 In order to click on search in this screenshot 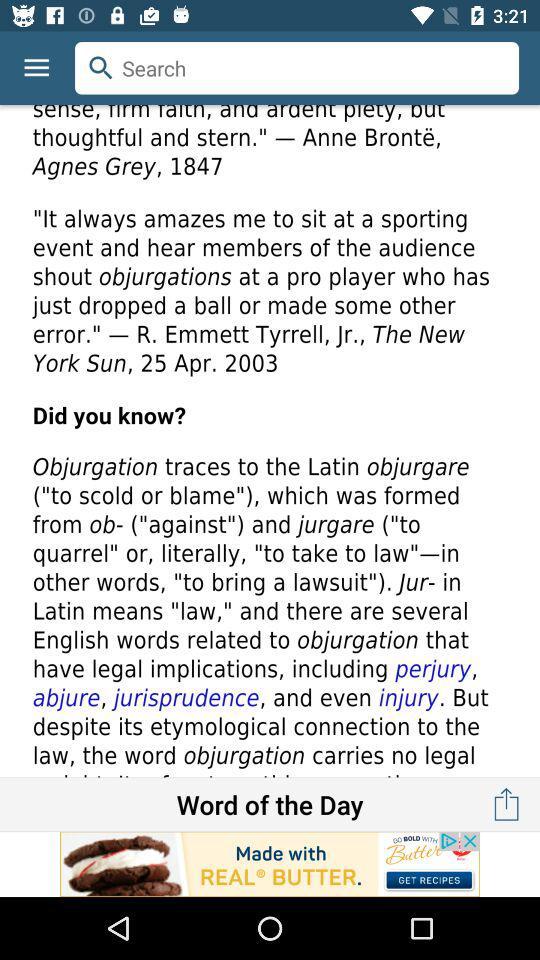, I will do `click(296, 68)`.